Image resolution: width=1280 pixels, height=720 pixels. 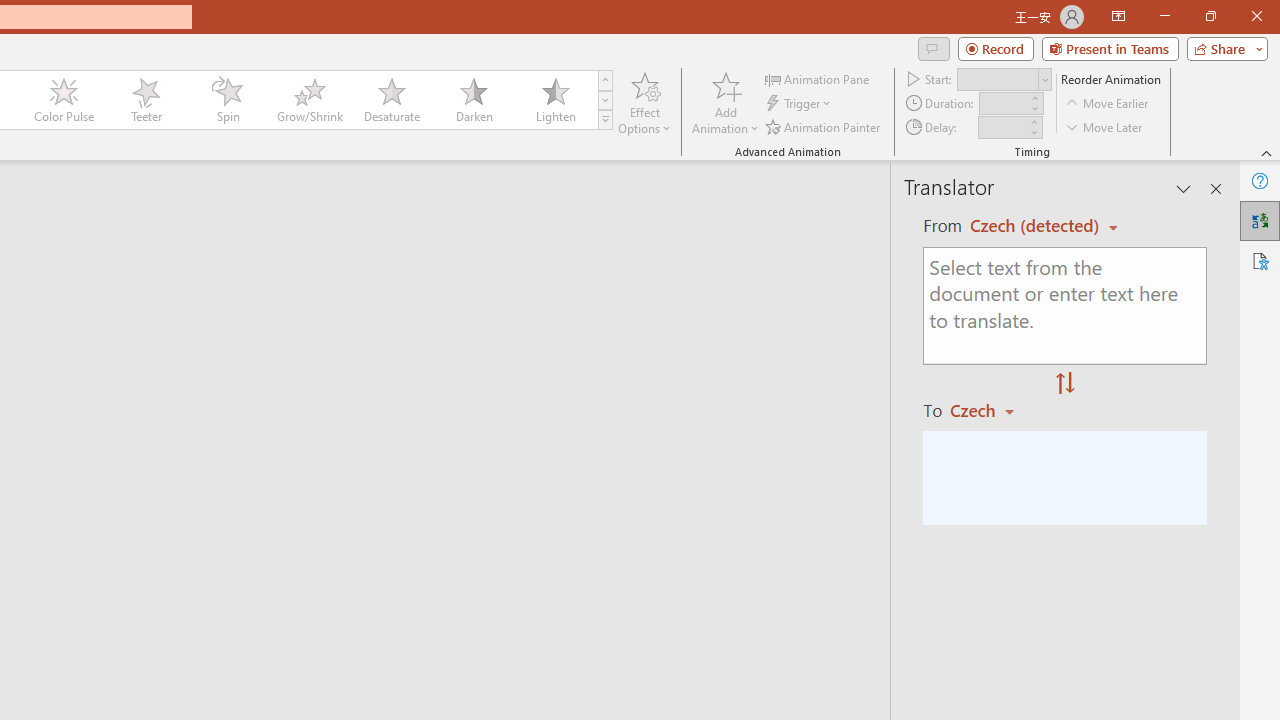 What do you see at coordinates (645, 103) in the screenshot?
I see `'Effect Options'` at bounding box center [645, 103].